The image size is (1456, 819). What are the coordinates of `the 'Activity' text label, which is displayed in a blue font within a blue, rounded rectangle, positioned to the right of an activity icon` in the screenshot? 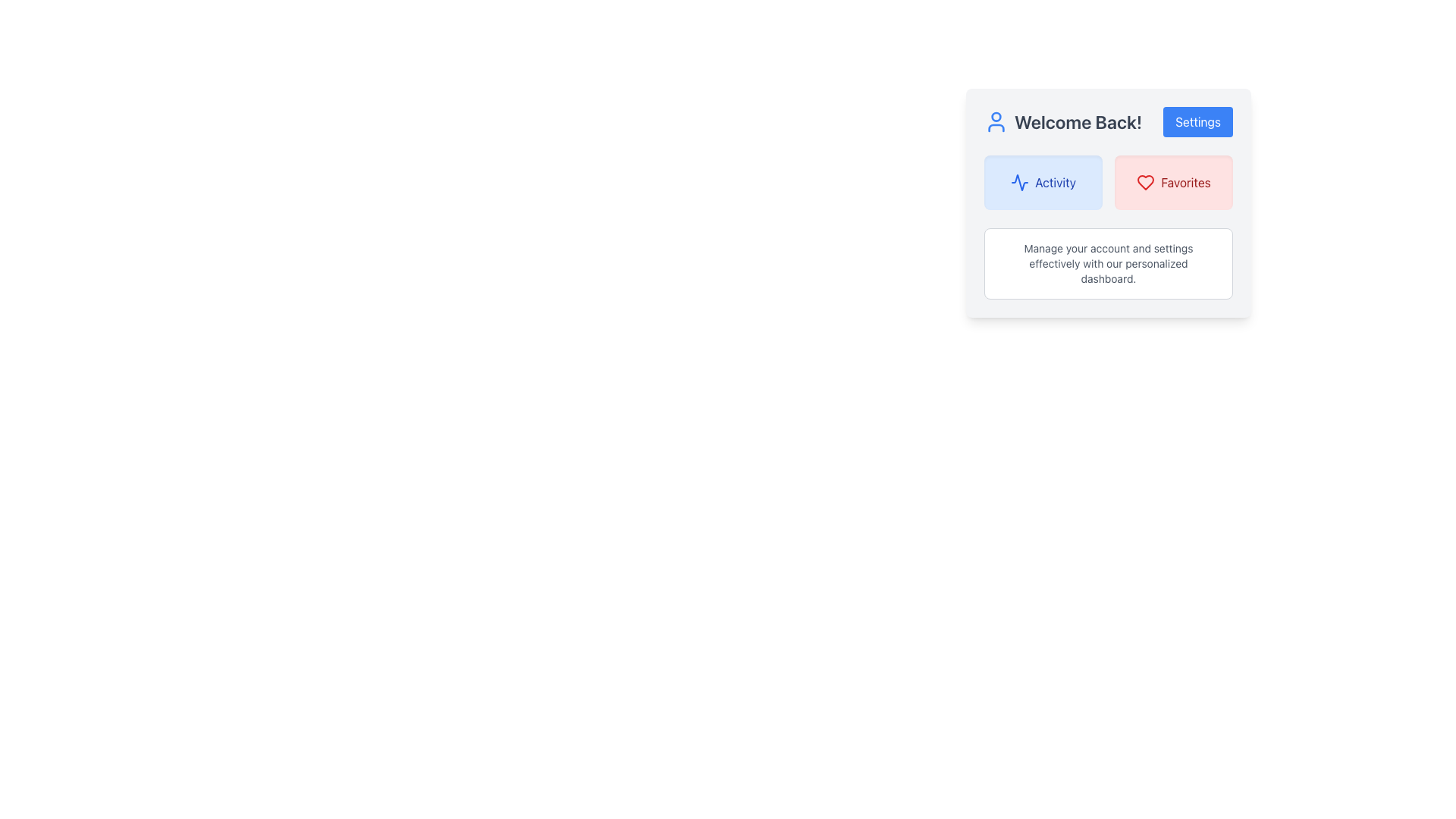 It's located at (1055, 181).